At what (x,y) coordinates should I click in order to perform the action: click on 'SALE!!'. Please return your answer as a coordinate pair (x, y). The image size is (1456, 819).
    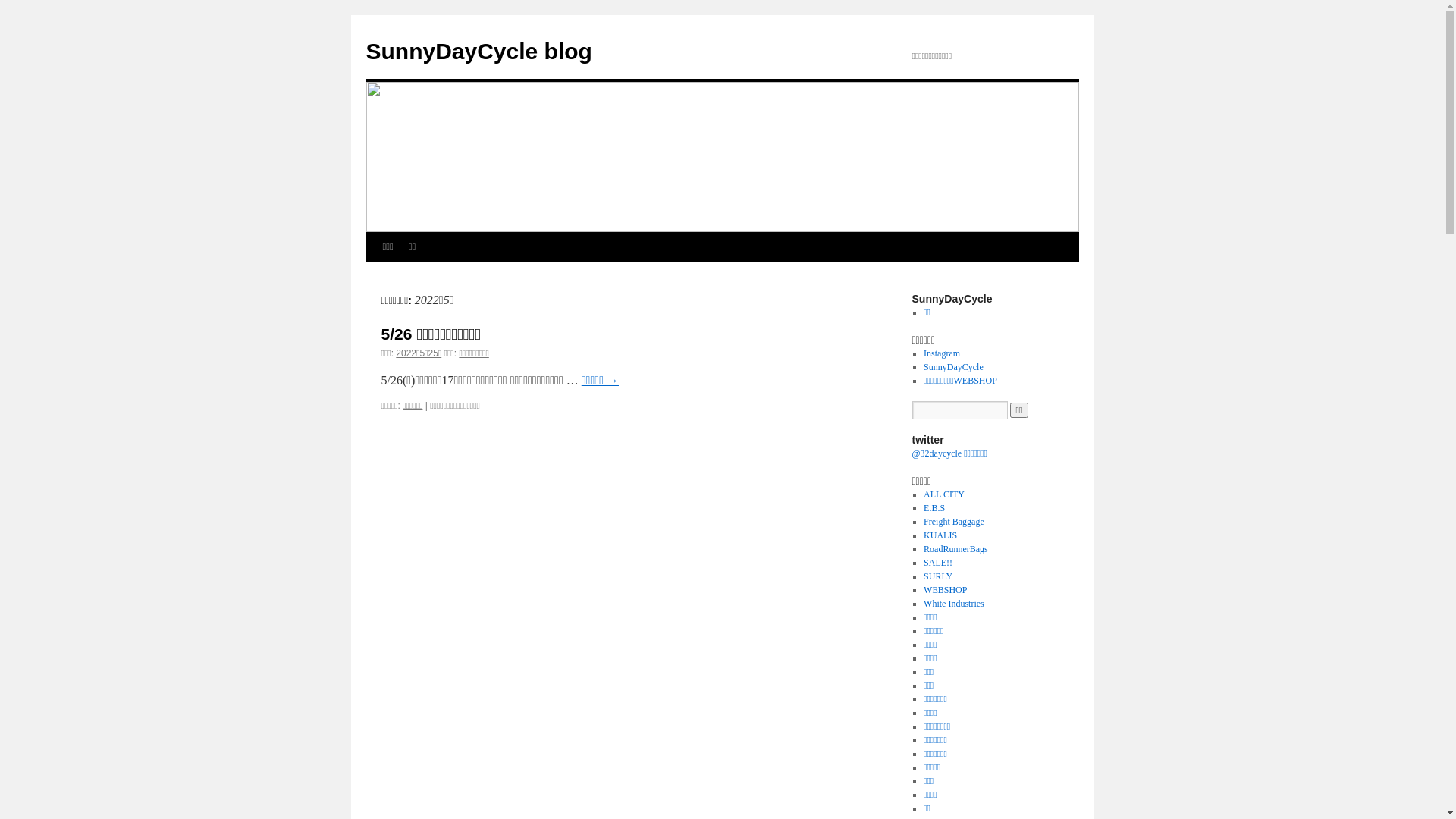
    Looking at the image, I should click on (923, 562).